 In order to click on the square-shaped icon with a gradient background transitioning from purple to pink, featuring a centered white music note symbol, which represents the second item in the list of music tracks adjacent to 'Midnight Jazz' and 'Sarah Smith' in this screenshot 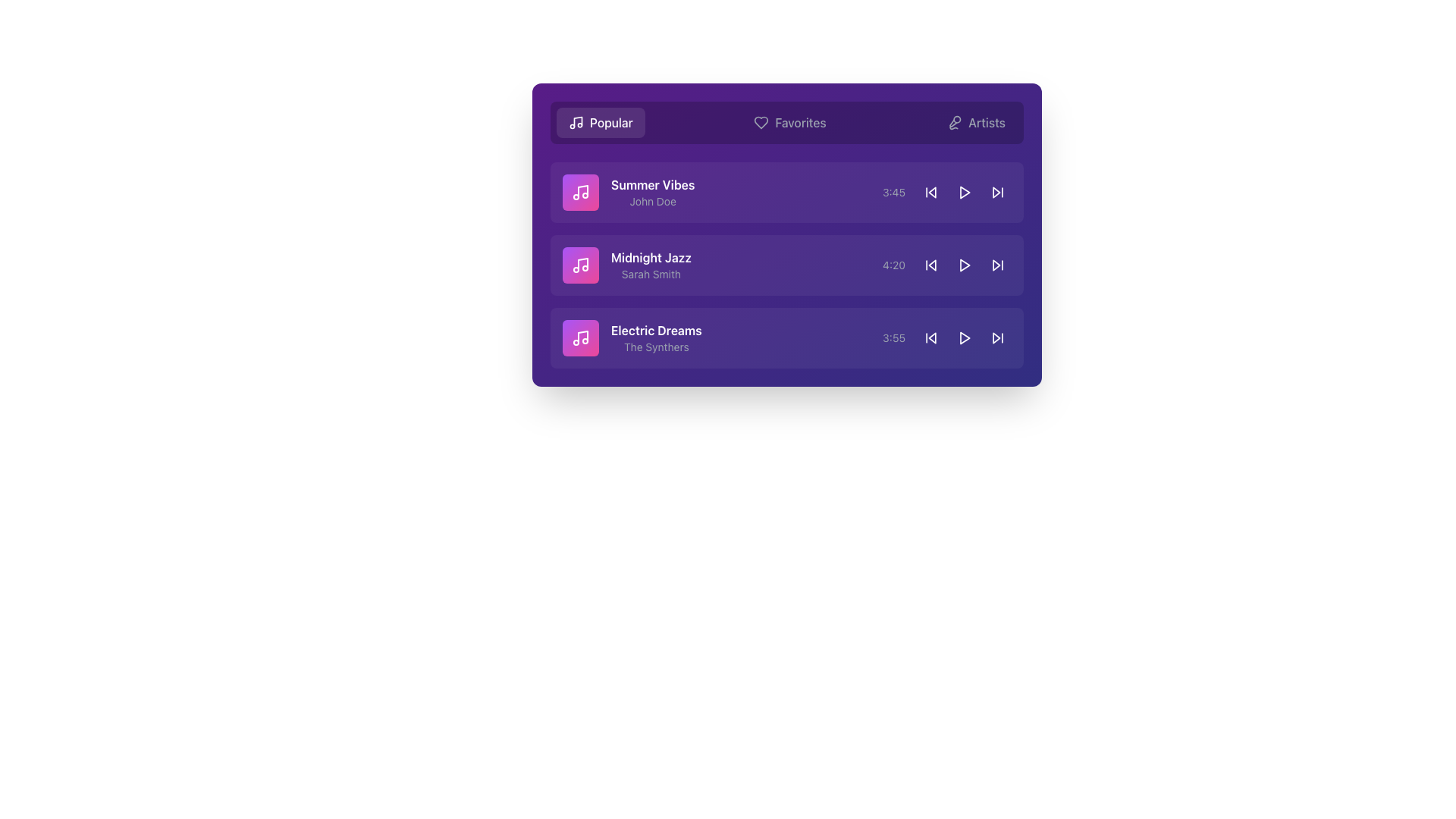, I will do `click(580, 265)`.